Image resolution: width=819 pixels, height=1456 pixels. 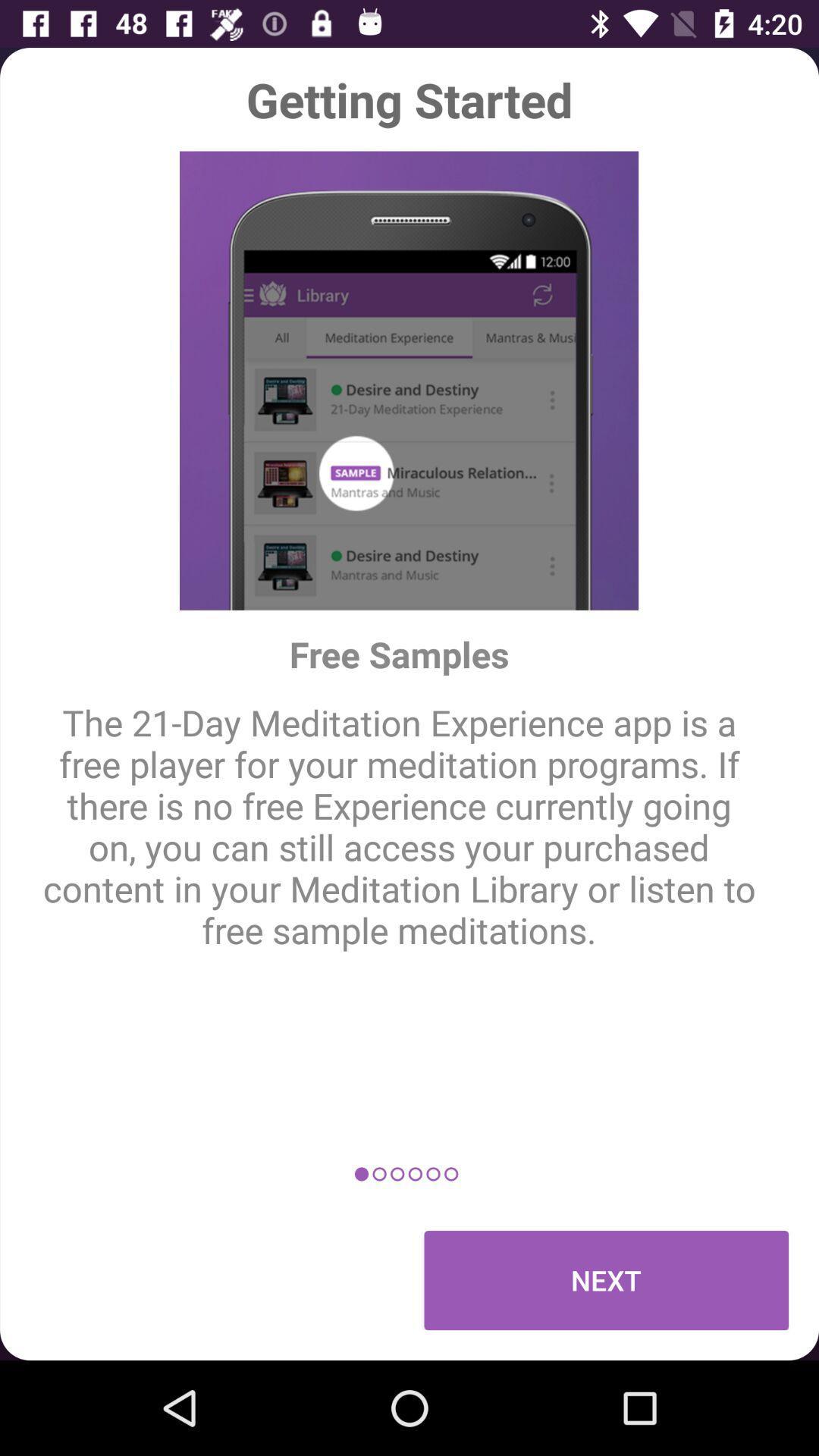 What do you see at coordinates (605, 1279) in the screenshot?
I see `the next item` at bounding box center [605, 1279].